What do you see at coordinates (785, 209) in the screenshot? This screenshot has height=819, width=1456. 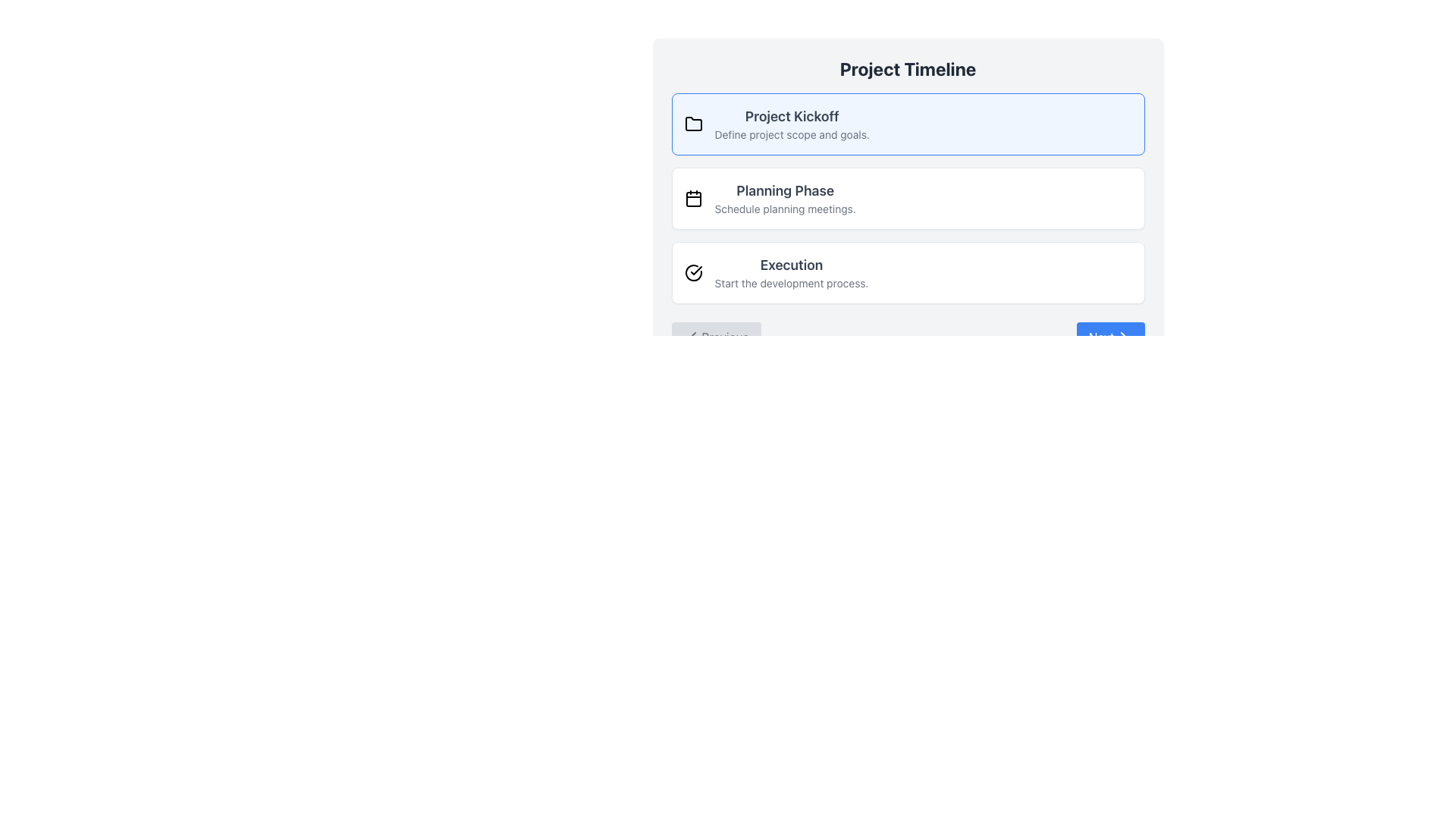 I see `informative text label located beneath the 'Planning Phase' heading, which provides context to the user` at bounding box center [785, 209].